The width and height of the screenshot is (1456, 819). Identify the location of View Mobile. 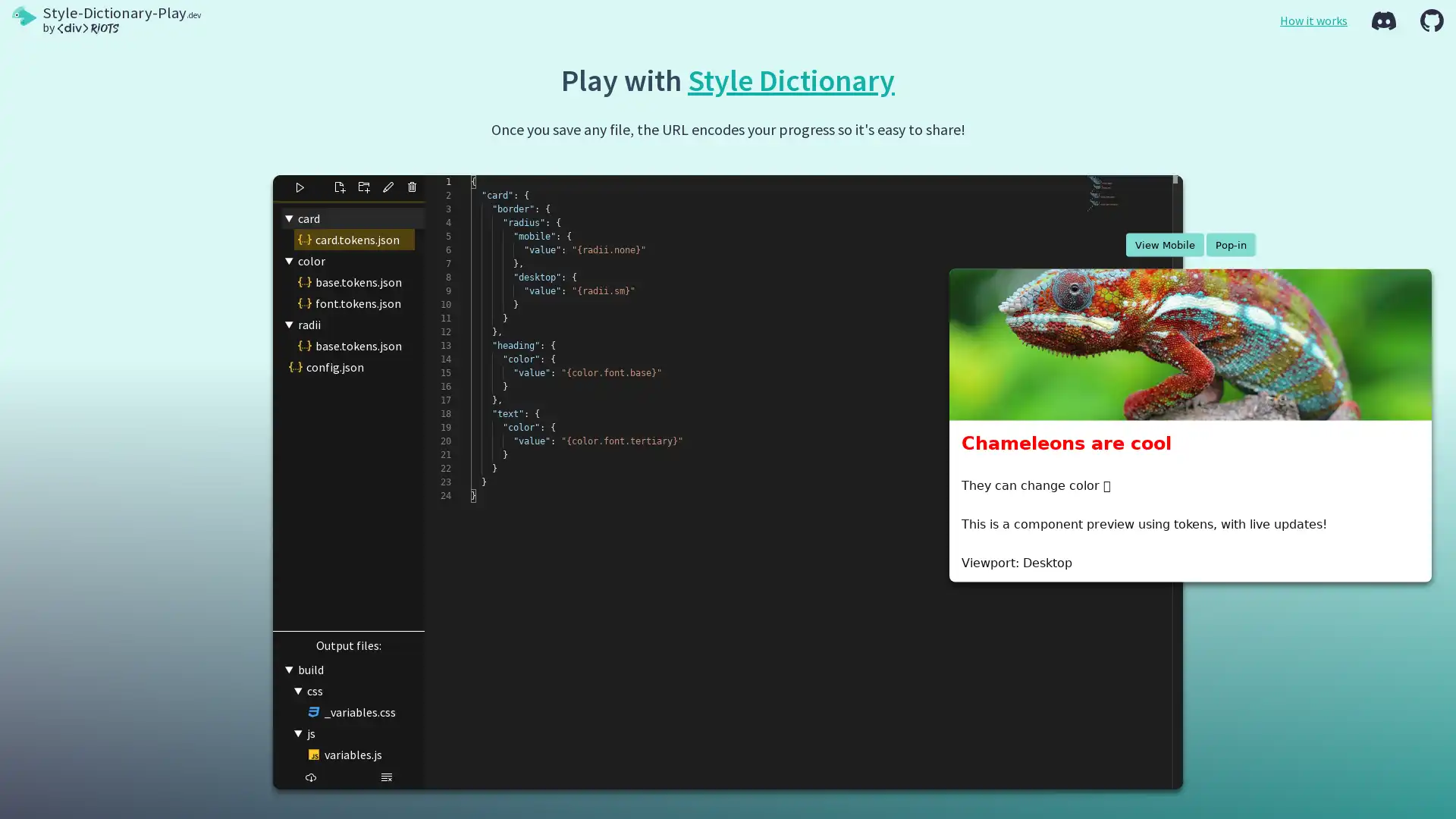
(1163, 243).